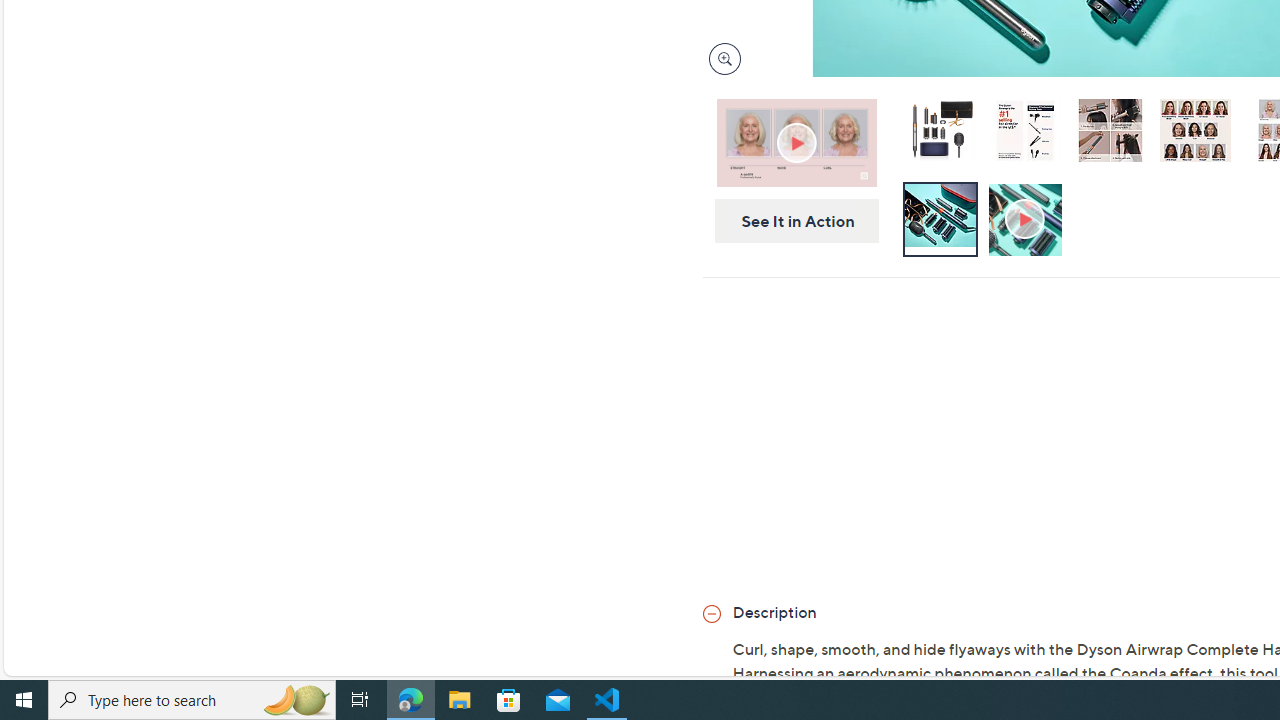 This screenshot has height=720, width=1280. I want to click on 'Magnify Image', so click(723, 57).